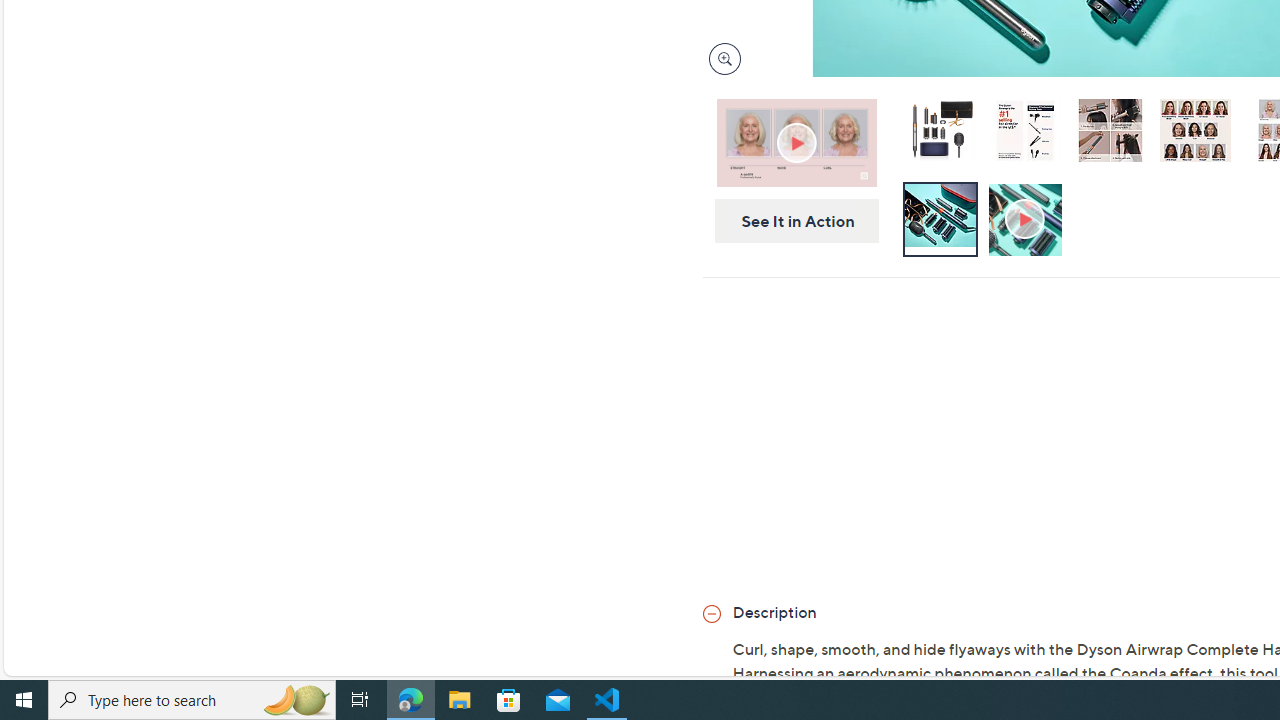 This screenshot has height=720, width=1280. I want to click on 'Magnify Image', so click(723, 57).